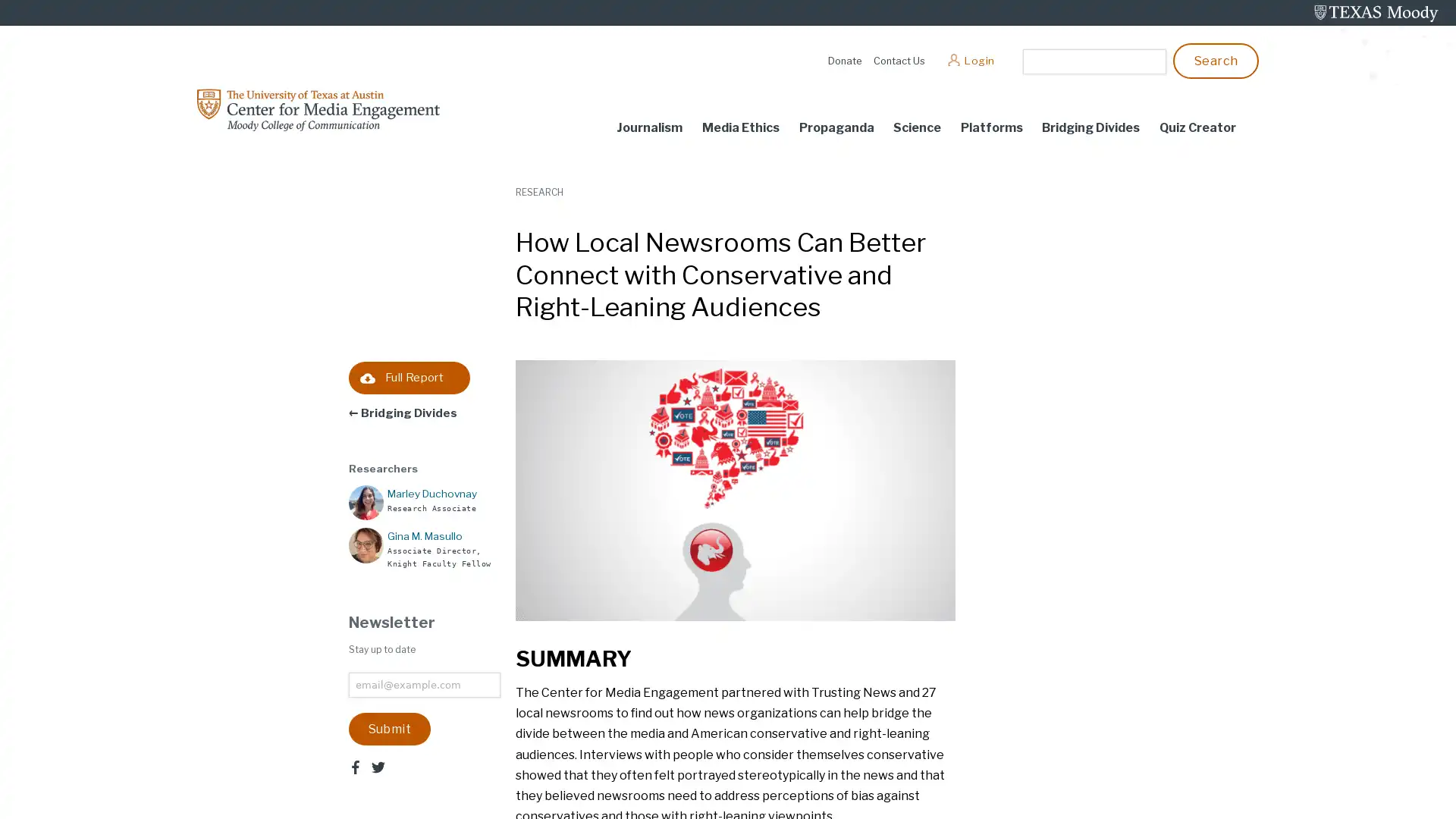 Image resolution: width=1456 pixels, height=819 pixels. What do you see at coordinates (1216, 59) in the screenshot?
I see `Search` at bounding box center [1216, 59].